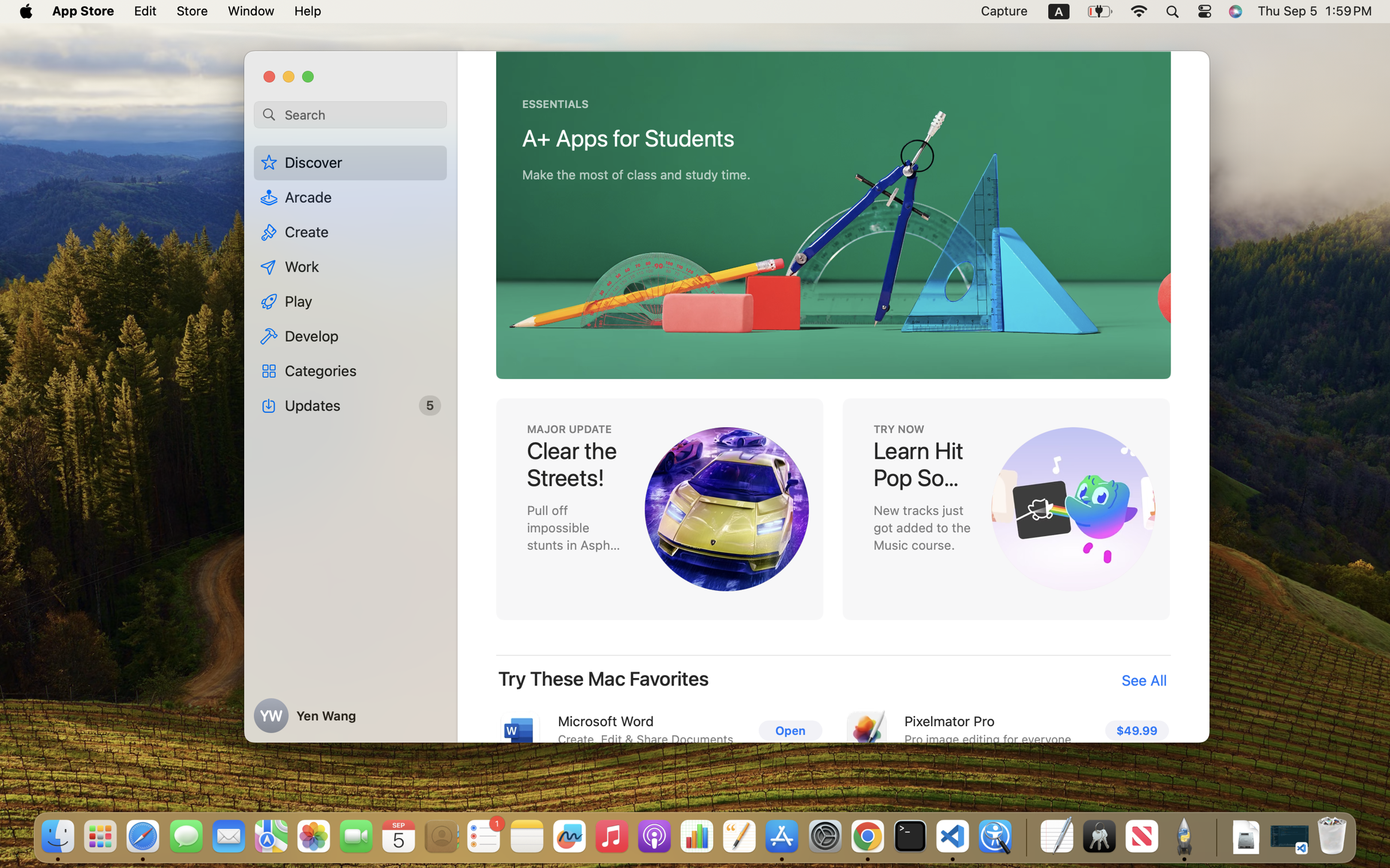 The height and width of the screenshot is (868, 1390). Describe the element at coordinates (603, 678) in the screenshot. I see `'Try These Mac Favorites'` at that location.